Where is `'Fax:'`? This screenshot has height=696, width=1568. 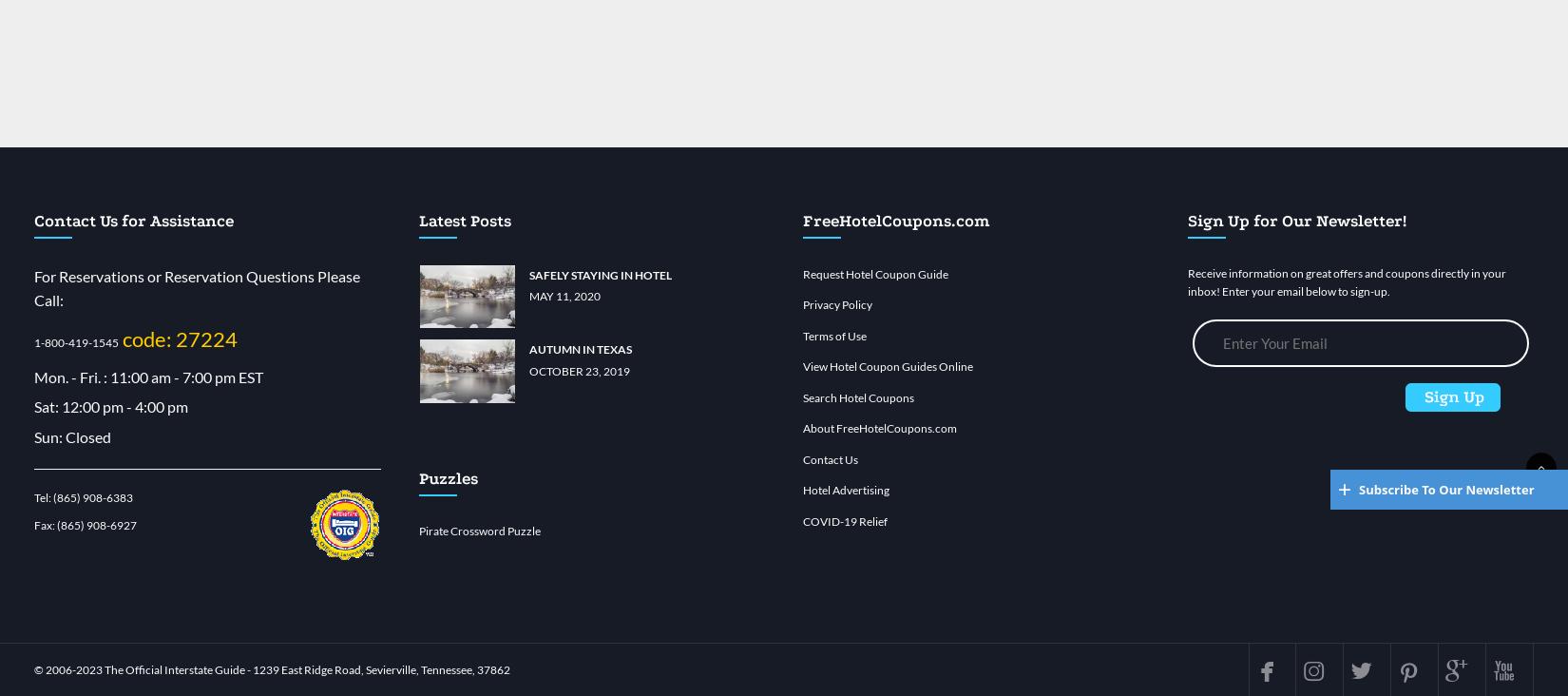 'Fax:' is located at coordinates (33, 523).